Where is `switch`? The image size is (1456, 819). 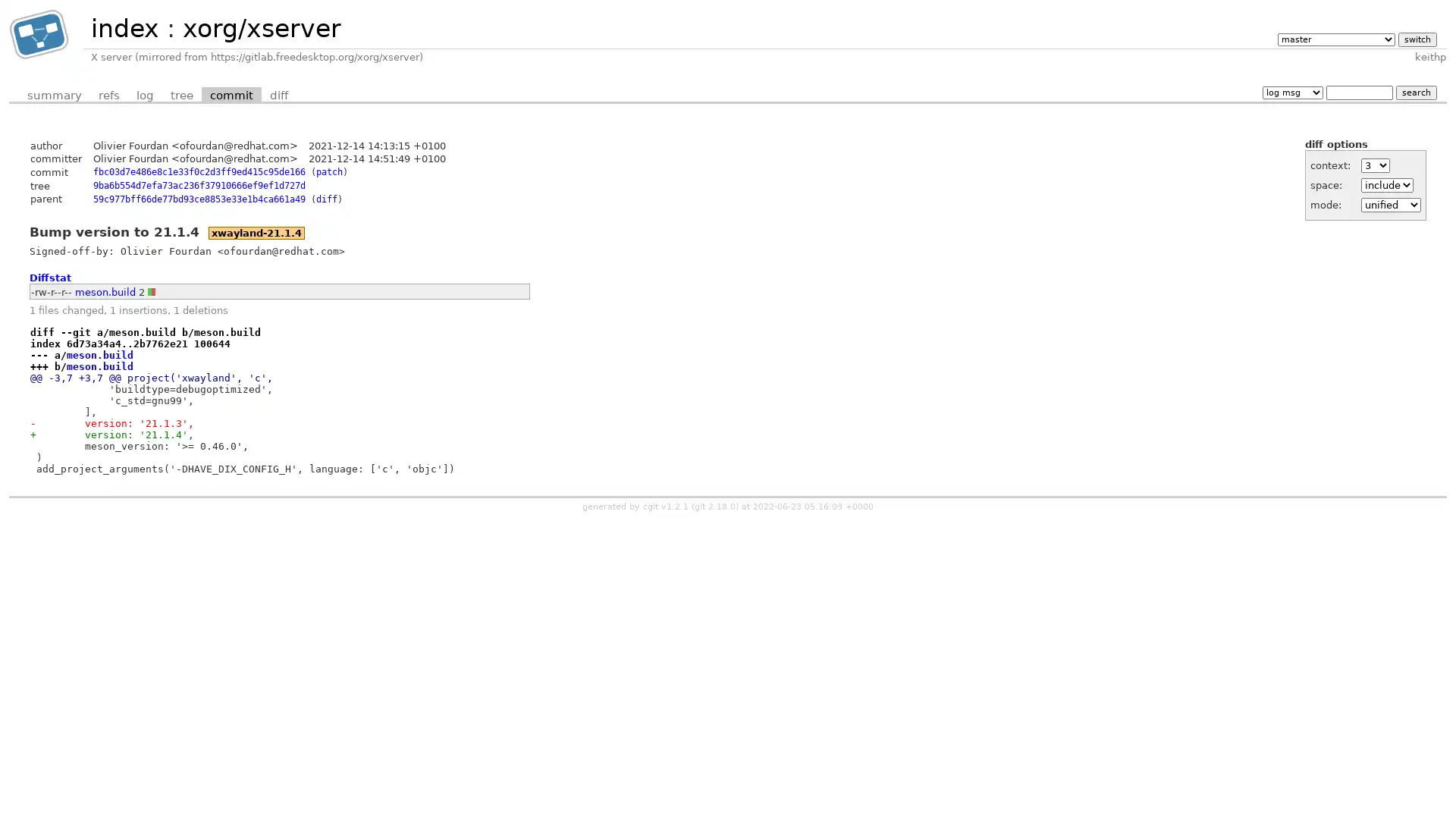
switch is located at coordinates (1416, 38).